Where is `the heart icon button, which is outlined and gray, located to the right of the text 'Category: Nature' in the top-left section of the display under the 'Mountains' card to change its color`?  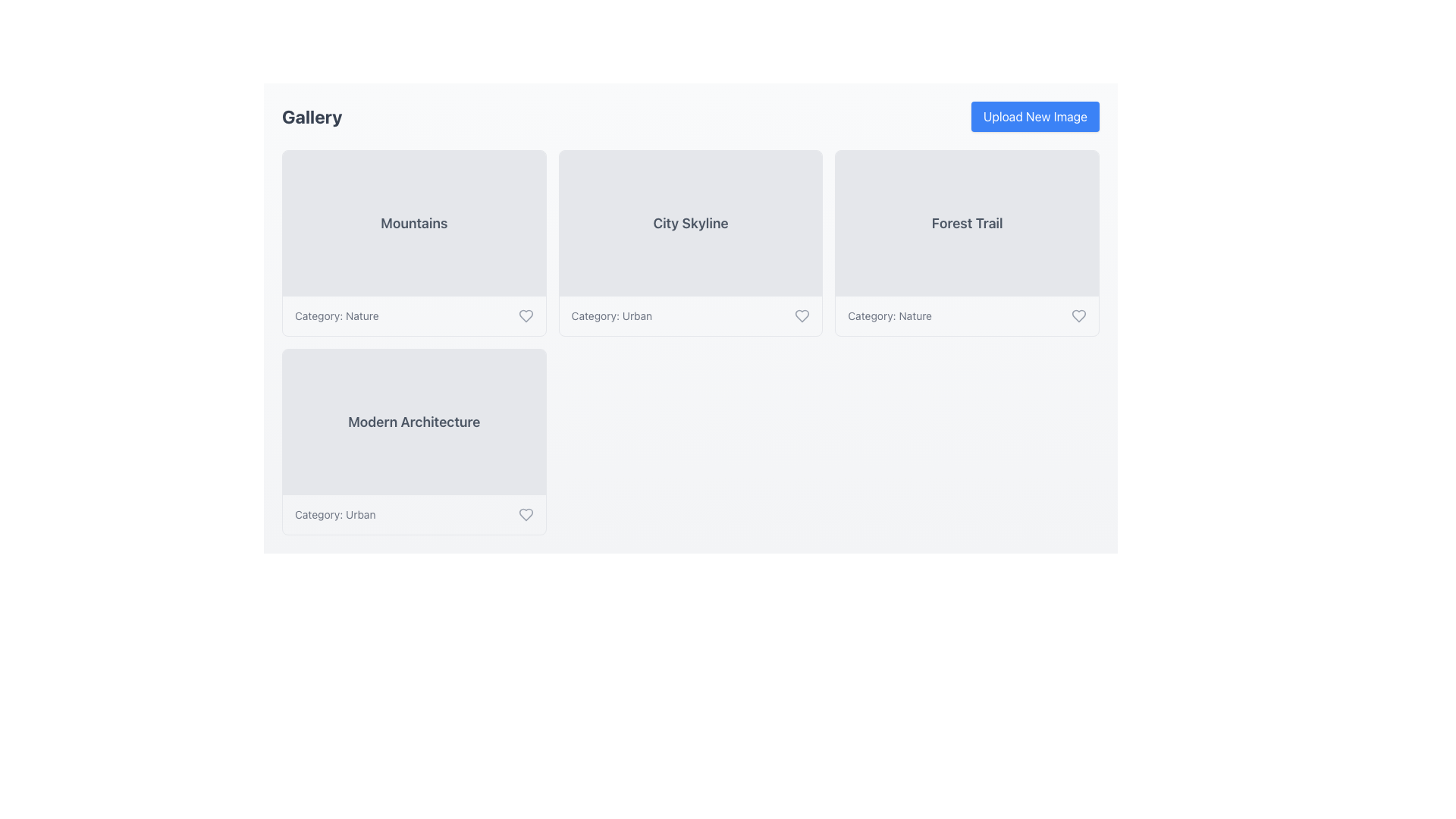
the heart icon button, which is outlined and gray, located to the right of the text 'Category: Nature' in the top-left section of the display under the 'Mountains' card to change its color is located at coordinates (526, 315).